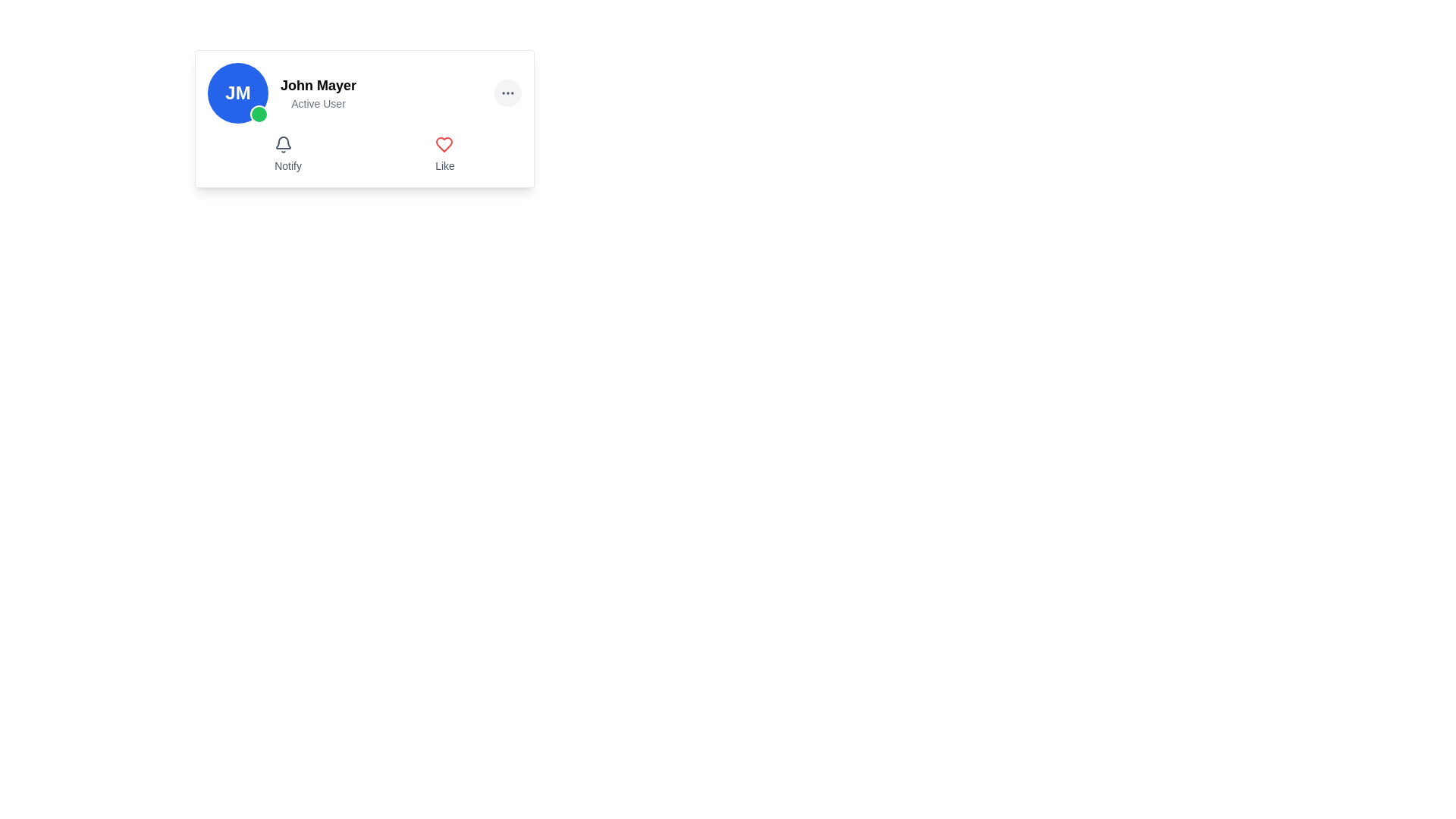 The image size is (1456, 819). I want to click on the bell icon representing the notification feature, so click(284, 145).